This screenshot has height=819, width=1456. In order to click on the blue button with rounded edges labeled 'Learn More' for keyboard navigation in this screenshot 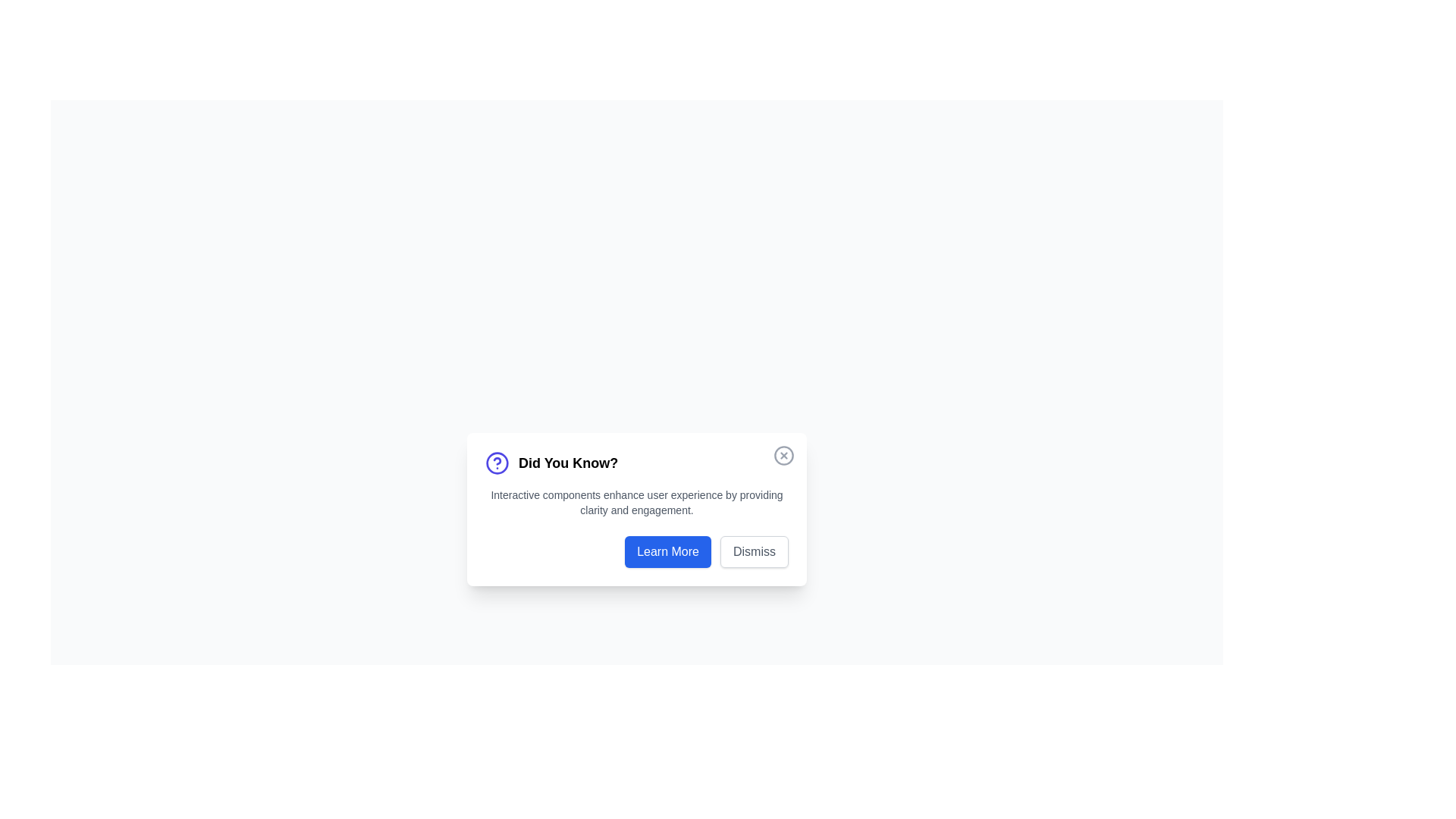, I will do `click(667, 552)`.